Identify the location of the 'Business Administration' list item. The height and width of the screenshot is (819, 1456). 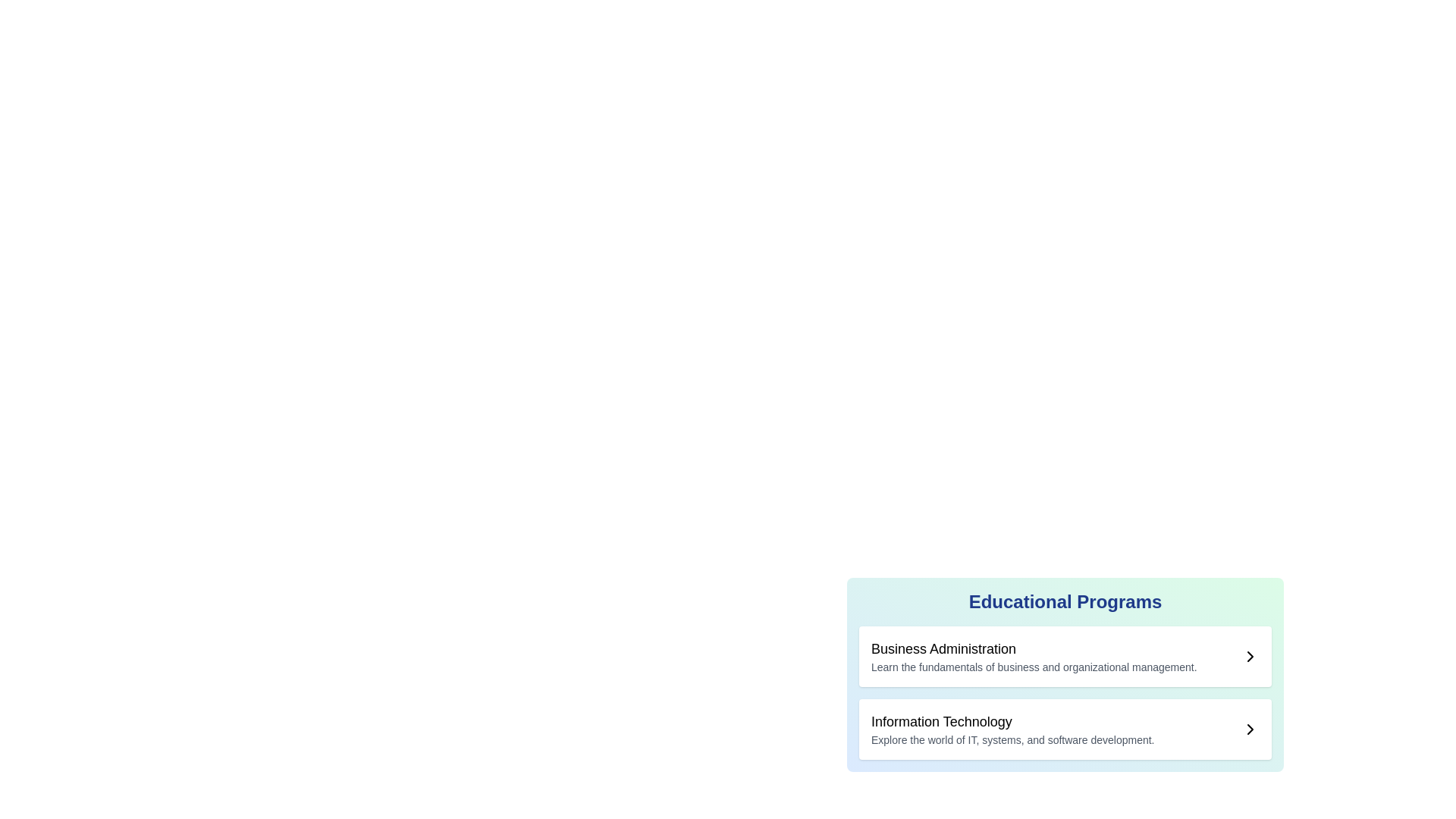
(1065, 656).